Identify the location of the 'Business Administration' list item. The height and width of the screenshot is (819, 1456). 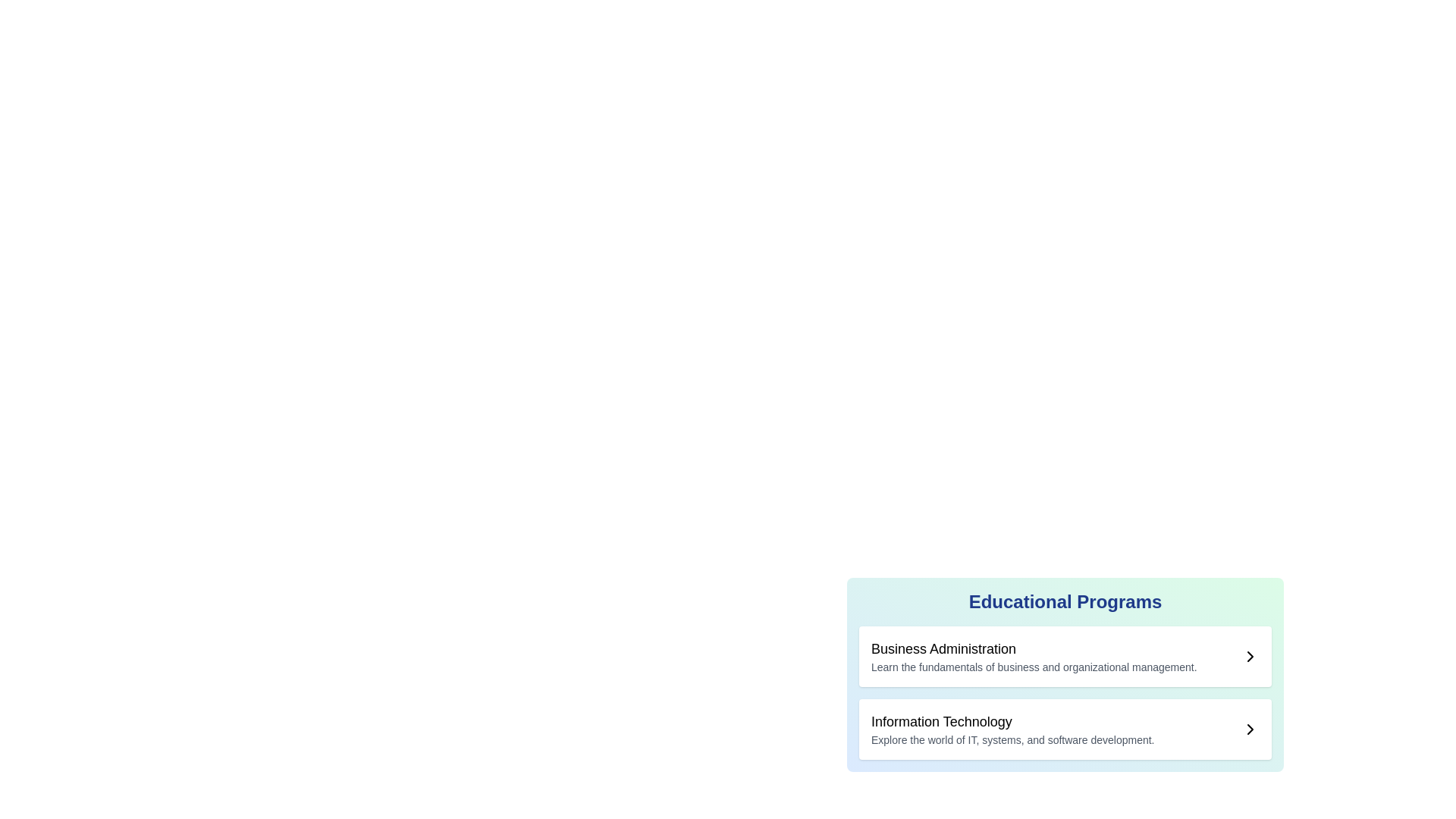
(1065, 656).